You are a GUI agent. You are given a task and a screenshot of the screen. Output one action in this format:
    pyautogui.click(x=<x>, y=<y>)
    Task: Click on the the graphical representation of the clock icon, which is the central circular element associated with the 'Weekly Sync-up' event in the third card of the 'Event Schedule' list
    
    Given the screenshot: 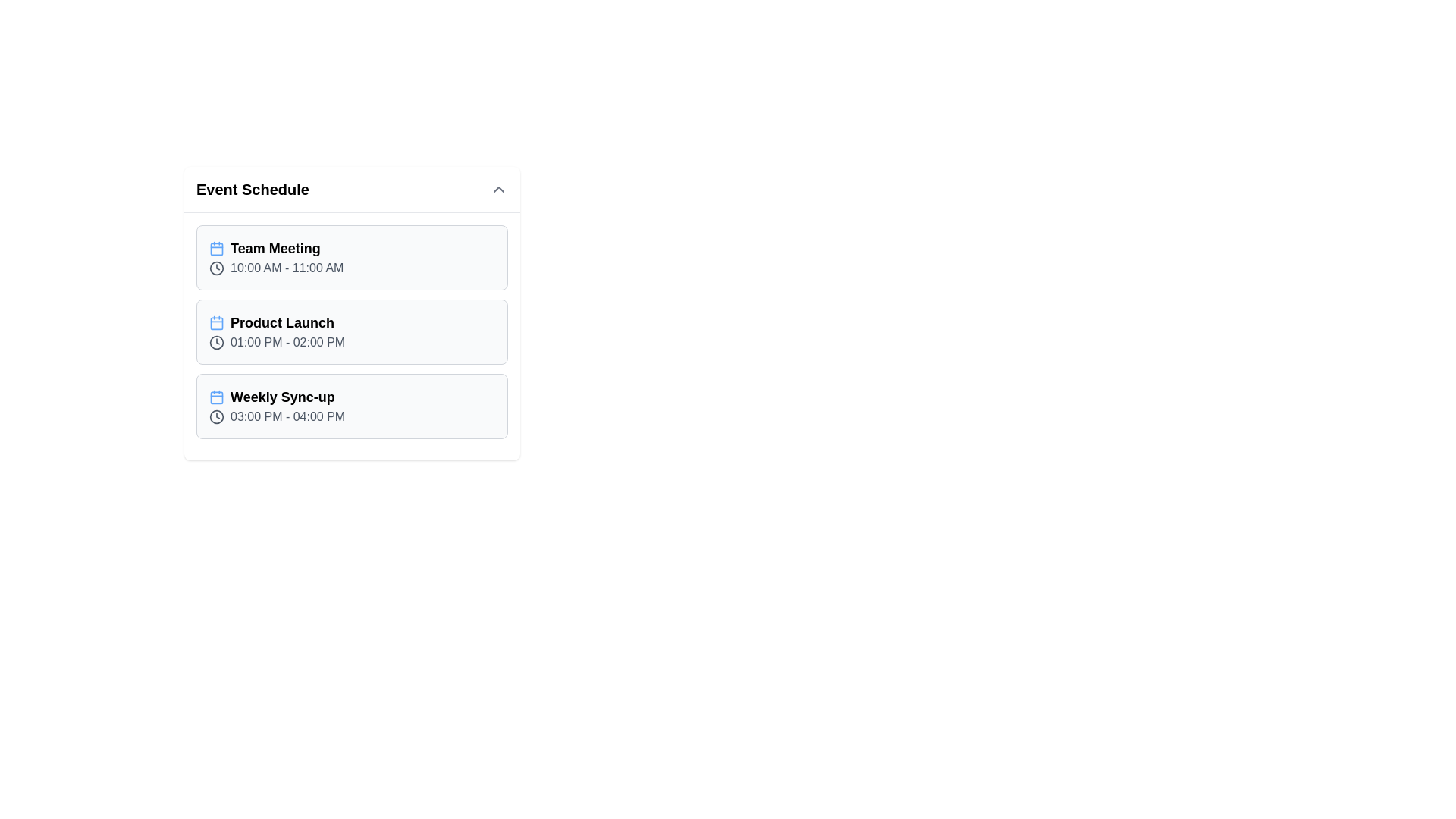 What is the action you would take?
    pyautogui.click(x=216, y=417)
    